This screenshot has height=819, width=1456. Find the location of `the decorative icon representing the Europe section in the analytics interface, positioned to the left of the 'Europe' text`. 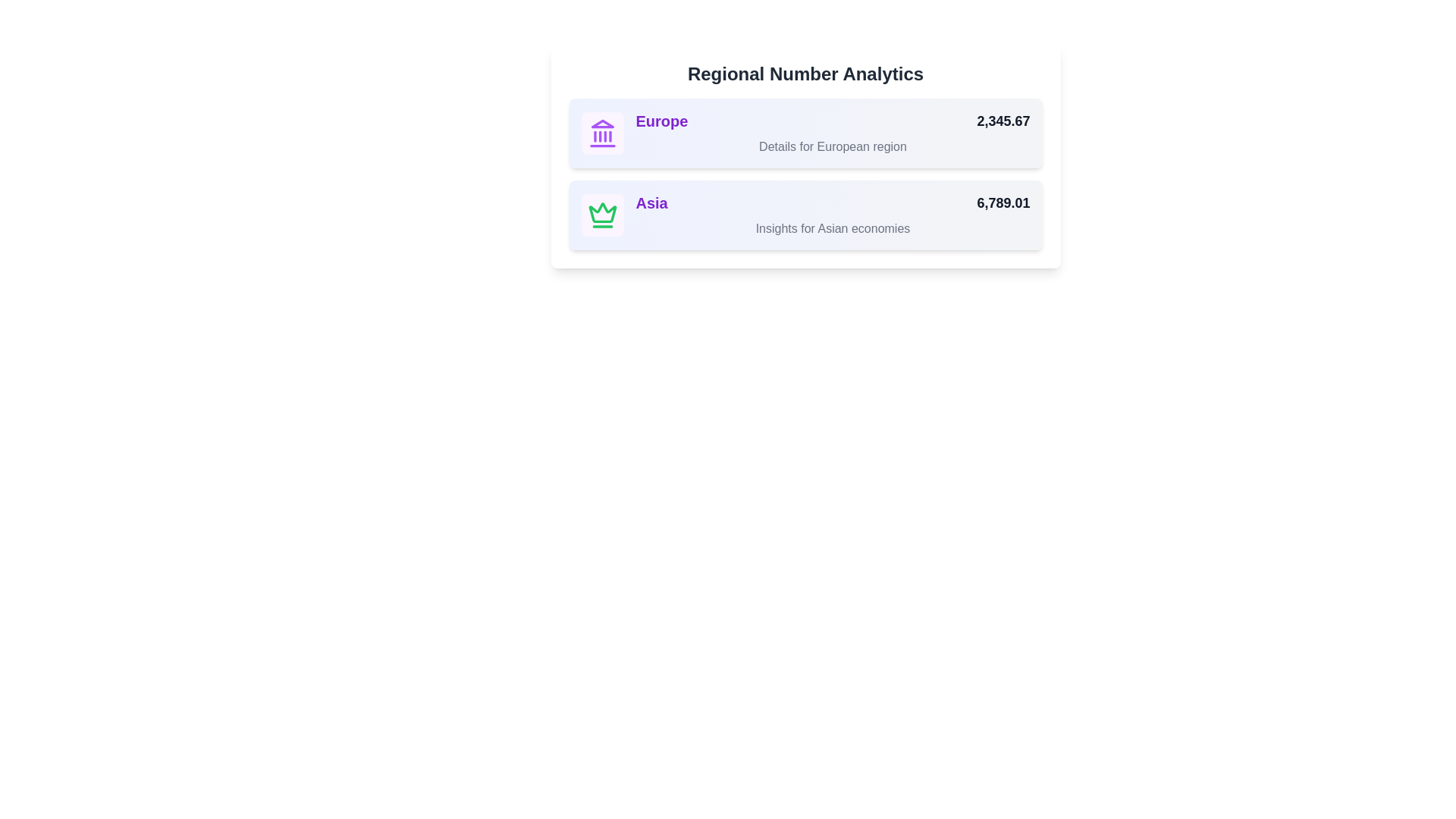

the decorative icon representing the Europe section in the analytics interface, positioned to the left of the 'Europe' text is located at coordinates (601, 133).